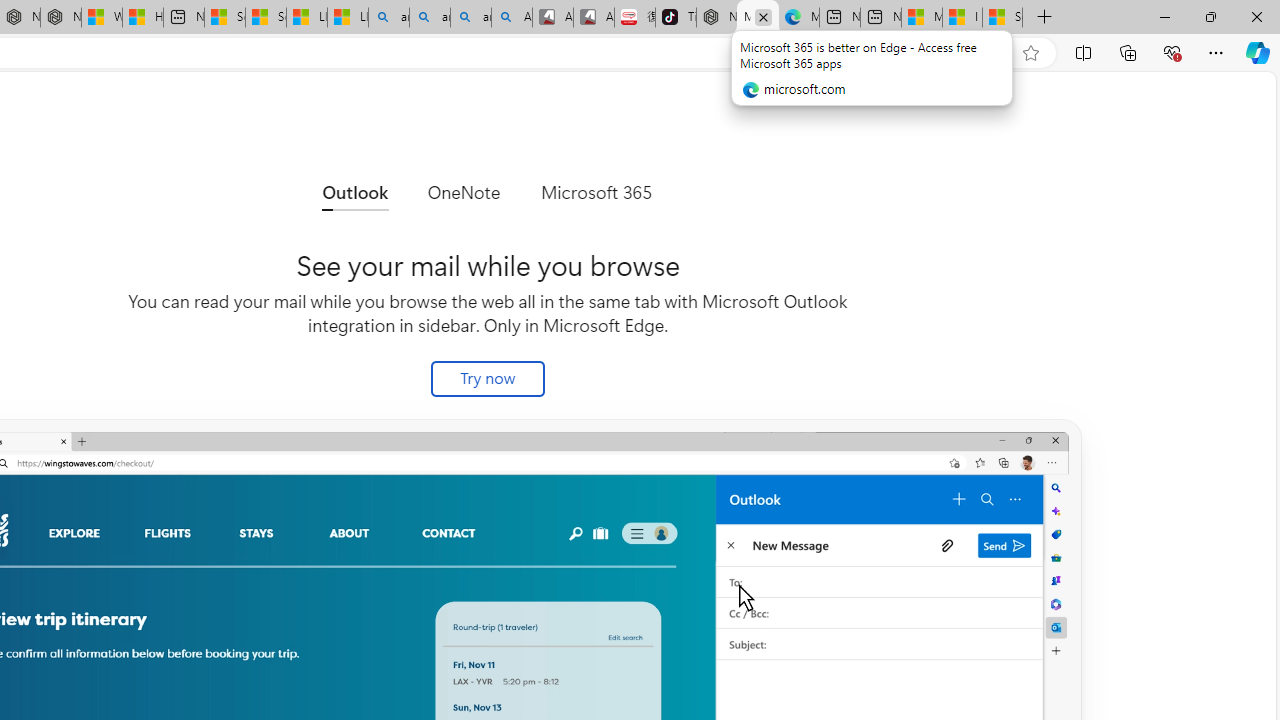  I want to click on 'Nordace - Best Sellers', so click(717, 17).